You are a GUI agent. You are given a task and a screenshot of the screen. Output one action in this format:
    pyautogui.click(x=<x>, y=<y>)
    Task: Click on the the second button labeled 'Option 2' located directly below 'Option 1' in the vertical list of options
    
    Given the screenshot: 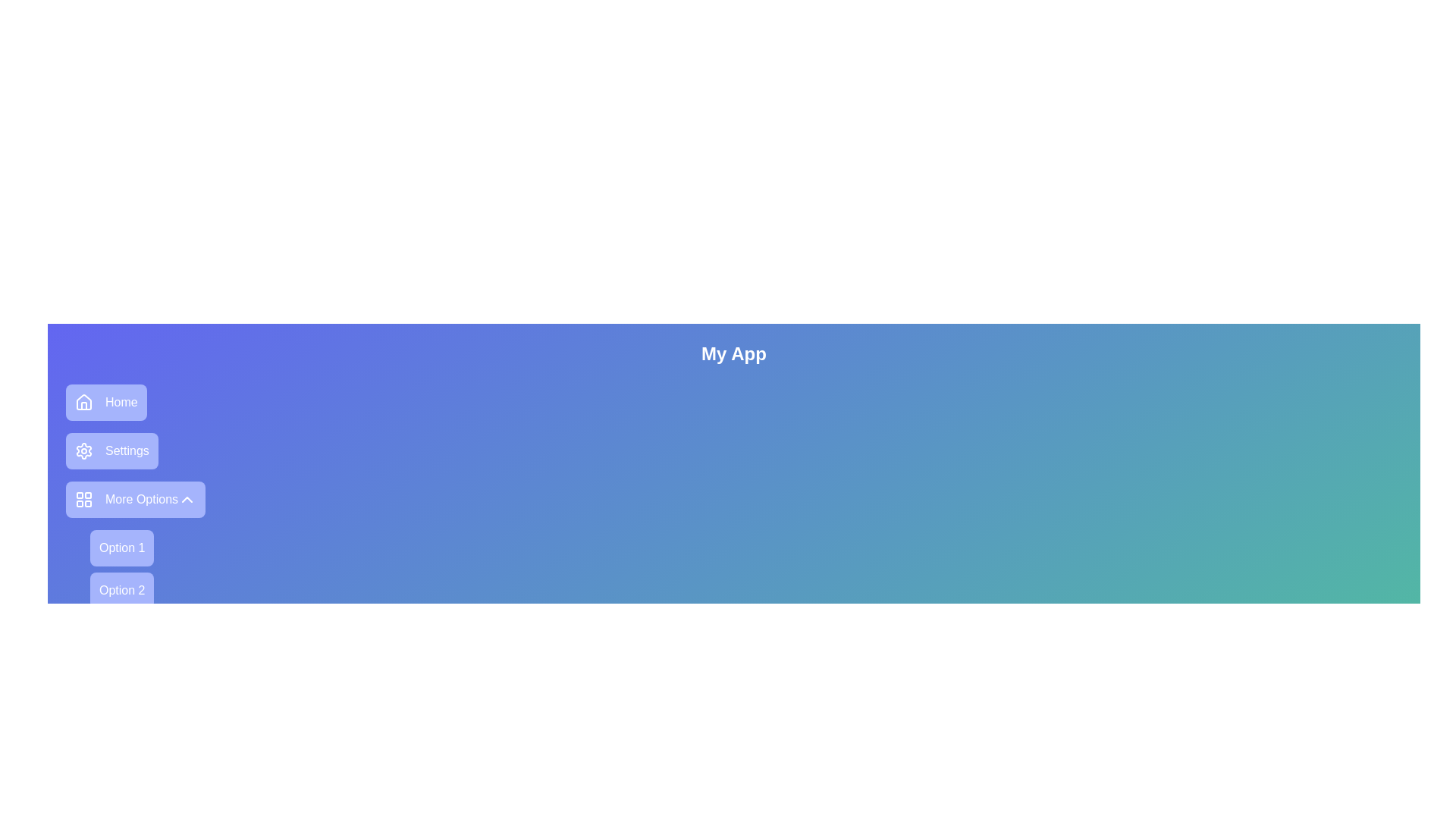 What is the action you would take?
    pyautogui.click(x=122, y=590)
    